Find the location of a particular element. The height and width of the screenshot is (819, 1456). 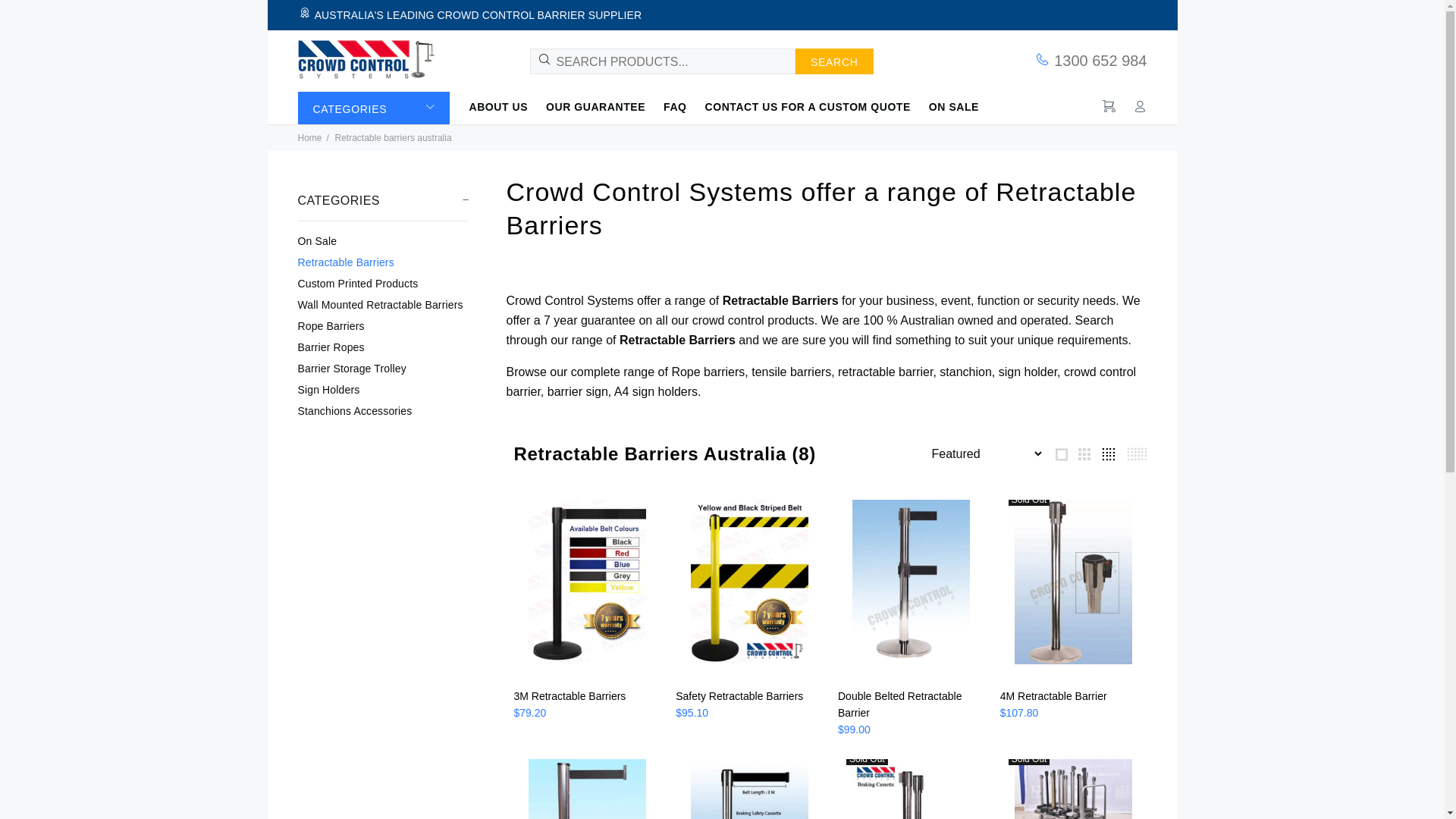

'Sign Holders' is located at coordinates (382, 388).